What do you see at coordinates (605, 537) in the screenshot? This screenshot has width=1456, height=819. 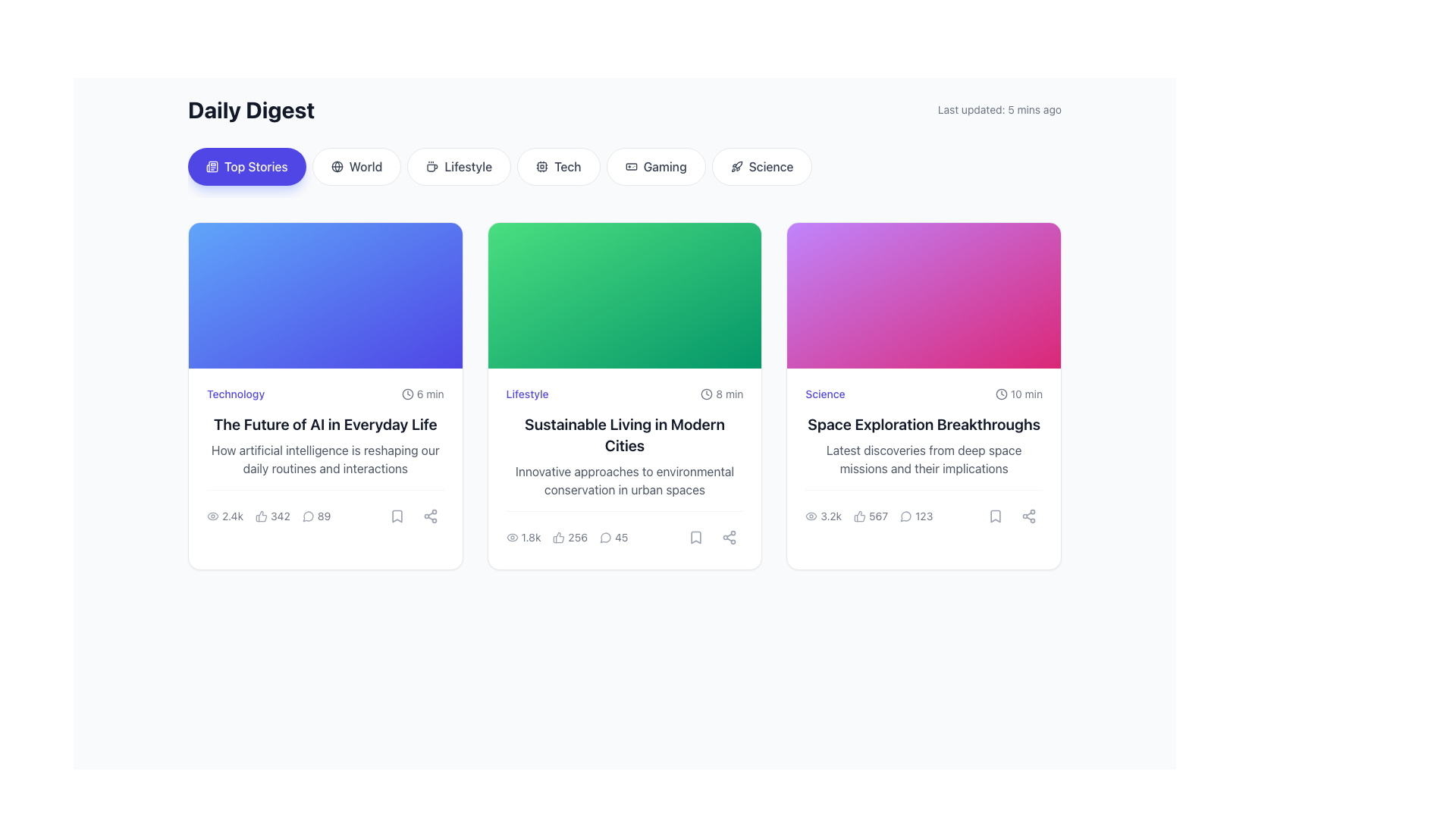 I see `the gray circular speech bubble icon that is located near the bottom of the central card in a grid, to the left of the text element displaying '45'` at bounding box center [605, 537].